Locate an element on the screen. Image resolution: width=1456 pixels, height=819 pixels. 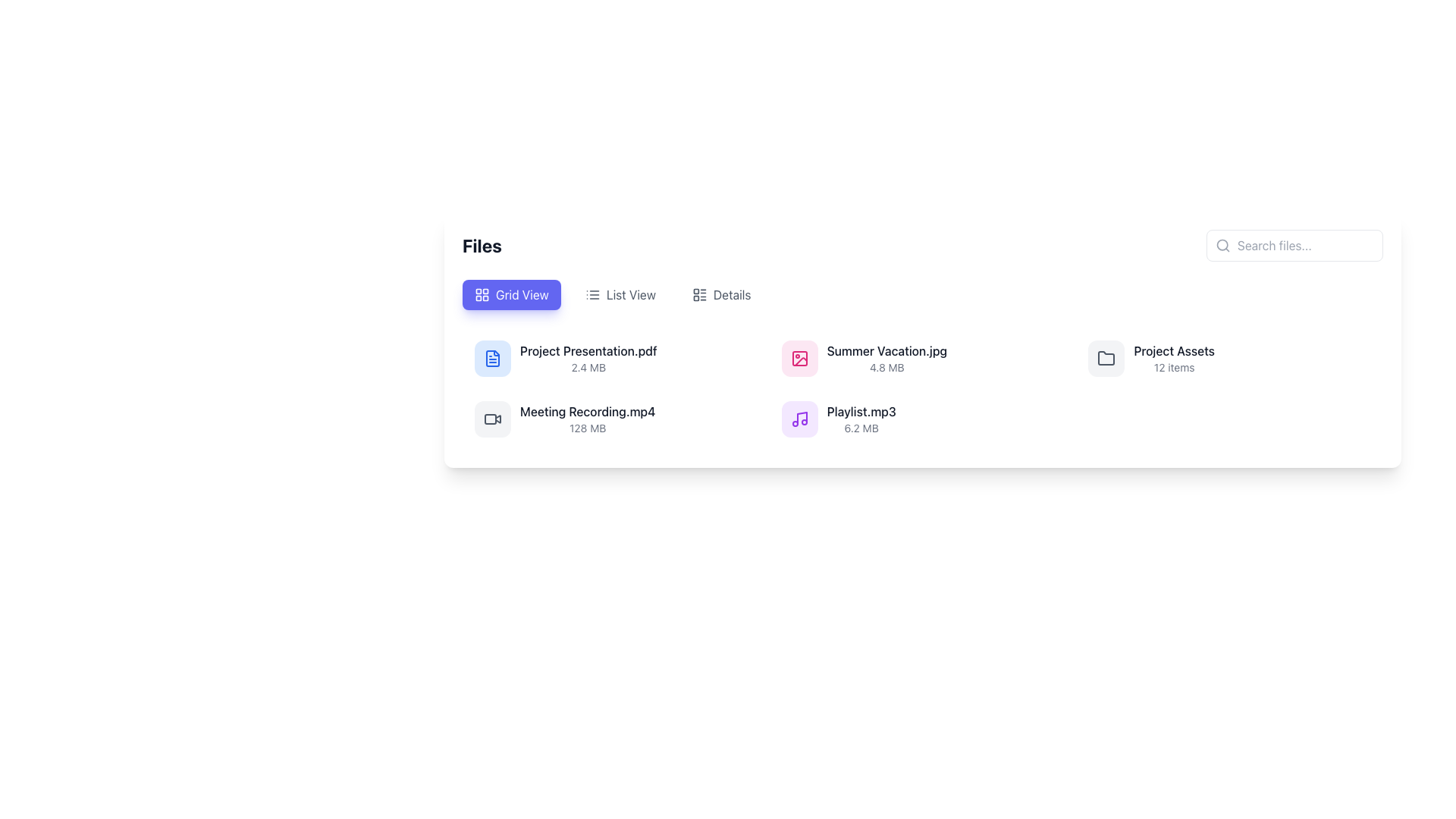
the Interactive Button is located at coordinates (620, 295).